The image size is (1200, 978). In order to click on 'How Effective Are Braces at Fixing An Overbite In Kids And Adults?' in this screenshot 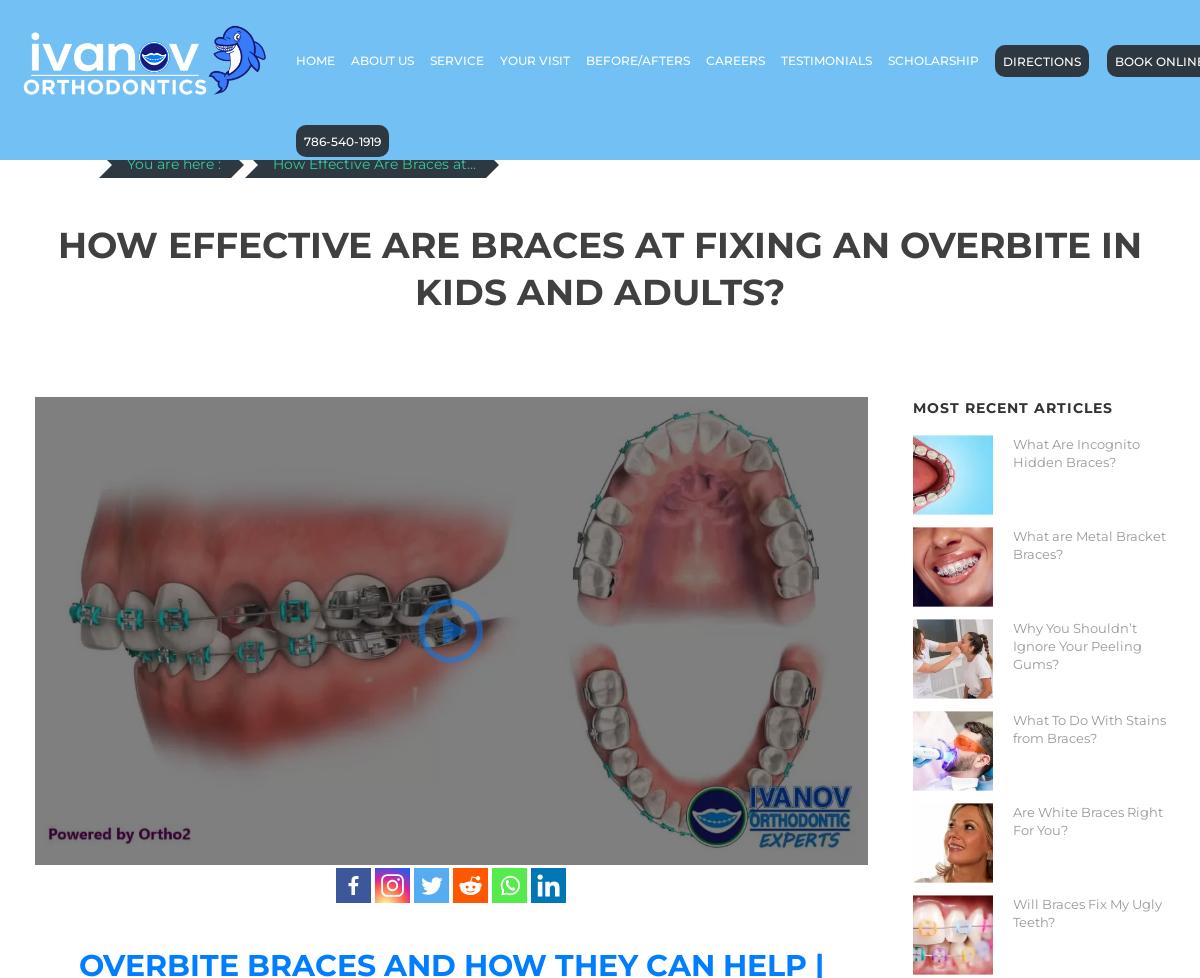, I will do `click(600, 266)`.